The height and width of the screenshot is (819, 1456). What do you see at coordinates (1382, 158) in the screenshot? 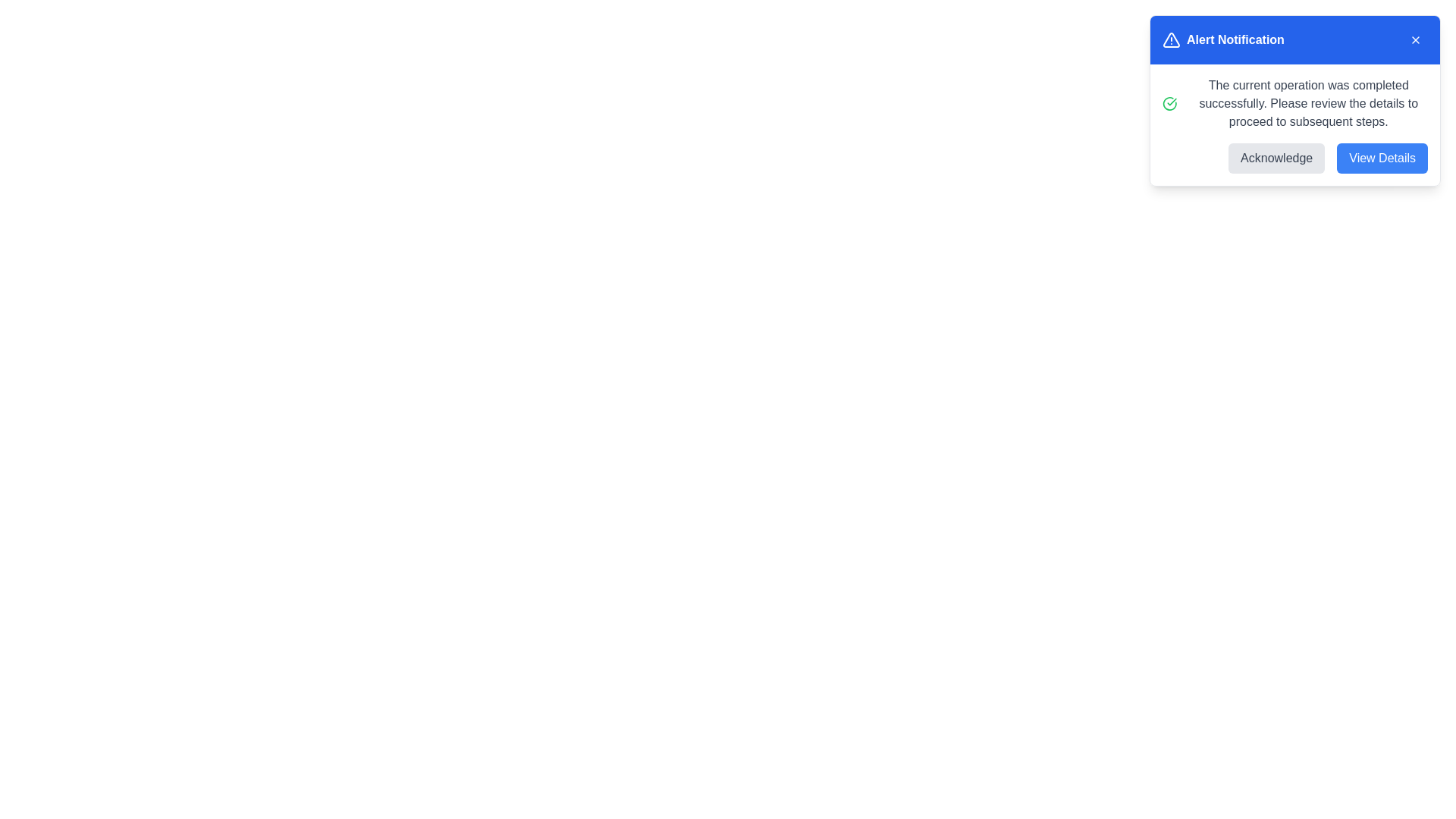
I see `the button located at the bottom right of the notification card` at bounding box center [1382, 158].